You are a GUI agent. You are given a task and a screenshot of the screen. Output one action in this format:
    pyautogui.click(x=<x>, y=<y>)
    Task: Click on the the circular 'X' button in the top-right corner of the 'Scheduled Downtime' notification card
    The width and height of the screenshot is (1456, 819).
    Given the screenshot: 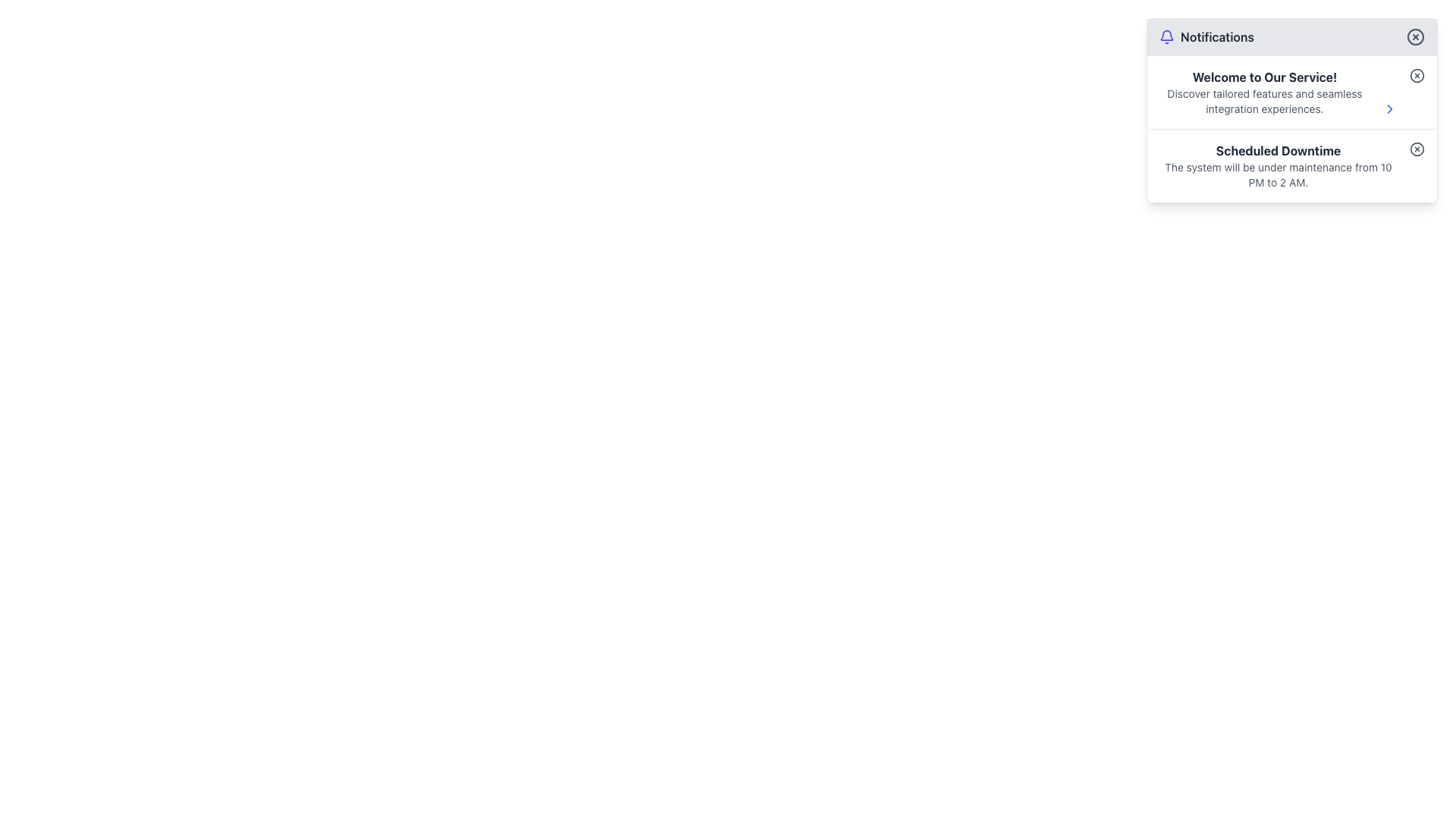 What is the action you would take?
    pyautogui.click(x=1416, y=149)
    